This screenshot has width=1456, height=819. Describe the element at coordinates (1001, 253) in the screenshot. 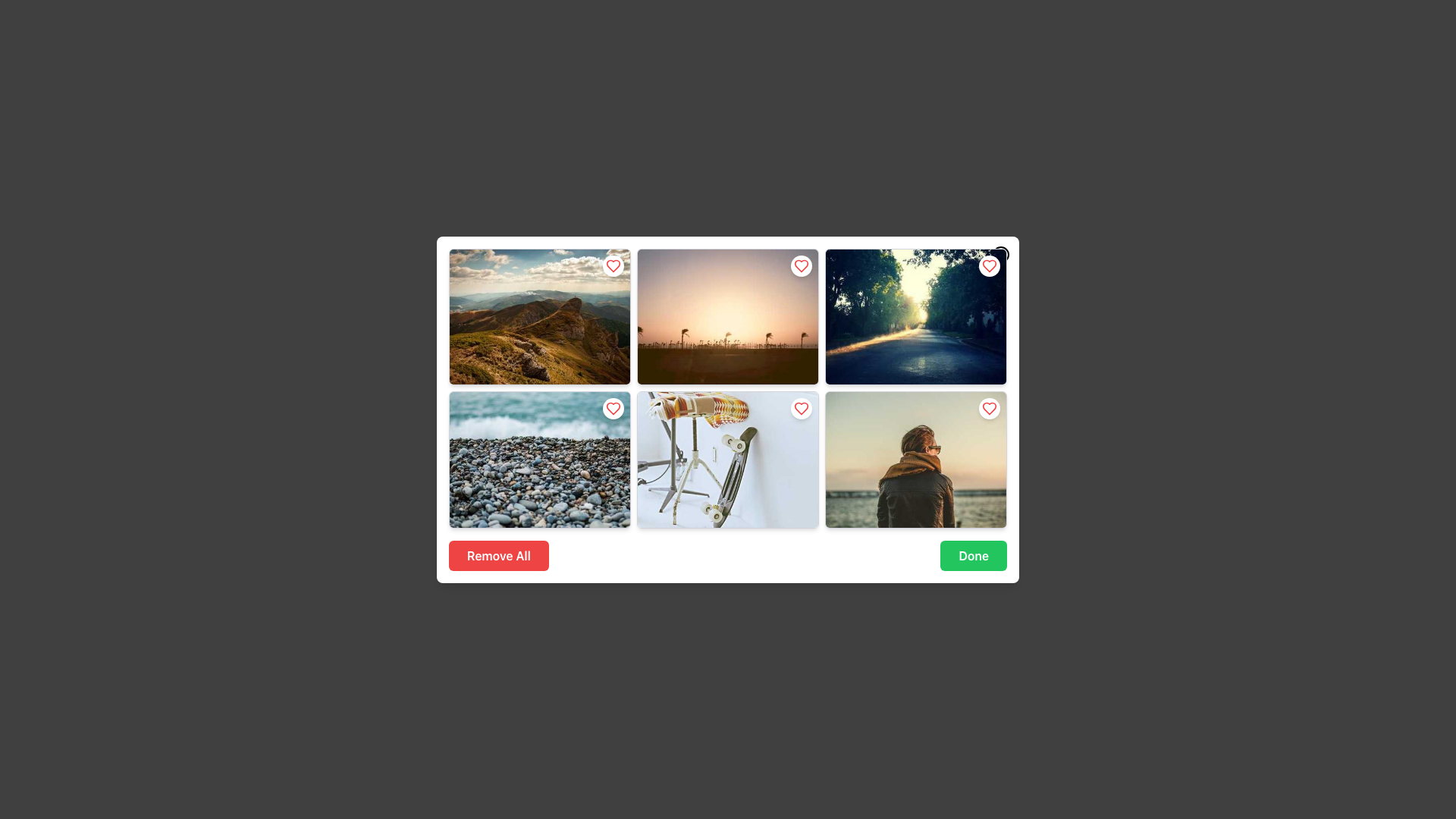

I see `the Close Button Icon, which is a circular icon with an 'X' mark in the center, located at the top-right corner of the frame containing a picture` at that location.